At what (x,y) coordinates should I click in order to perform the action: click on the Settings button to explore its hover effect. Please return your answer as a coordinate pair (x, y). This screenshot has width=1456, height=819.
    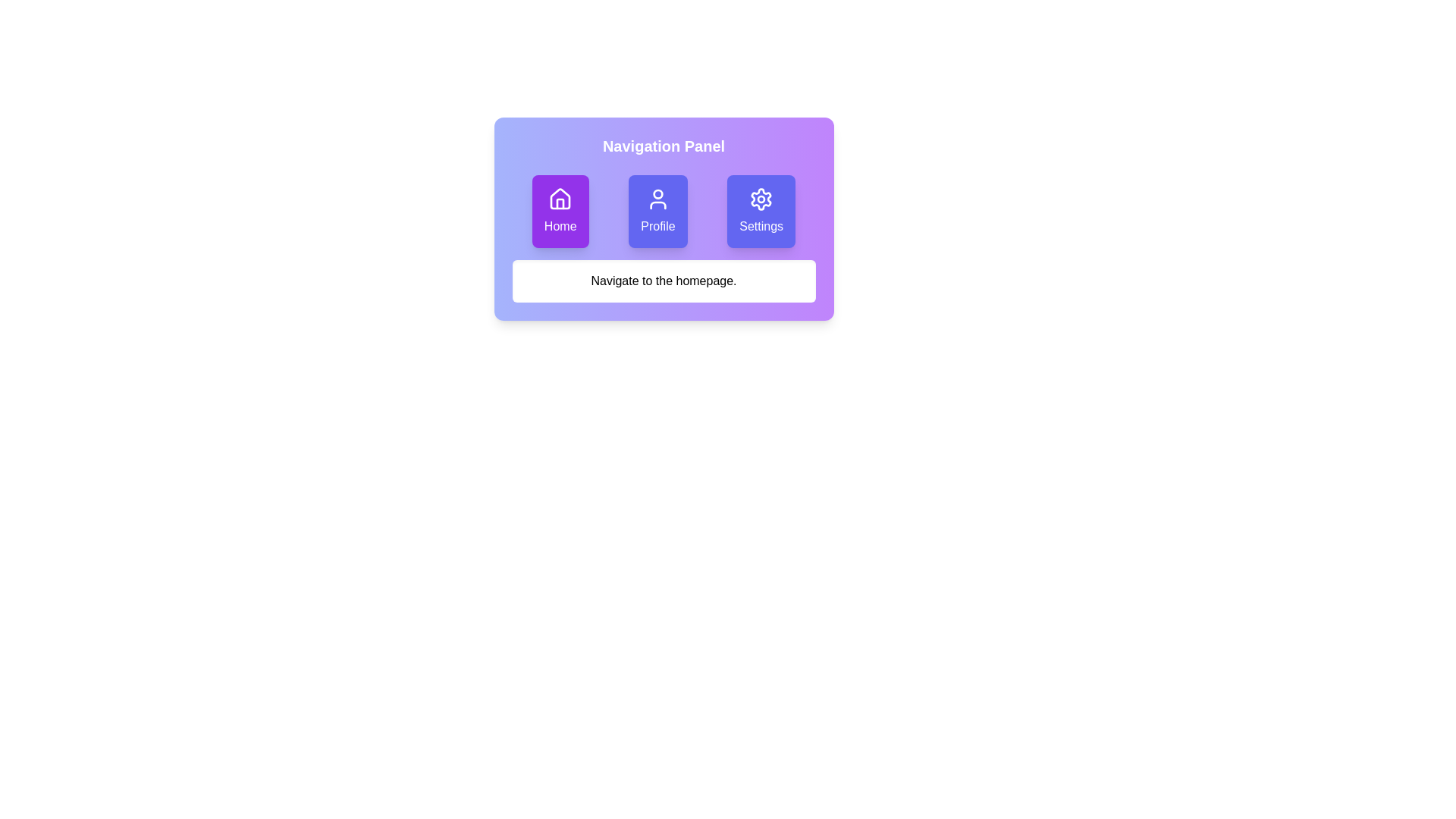
    Looking at the image, I should click on (761, 211).